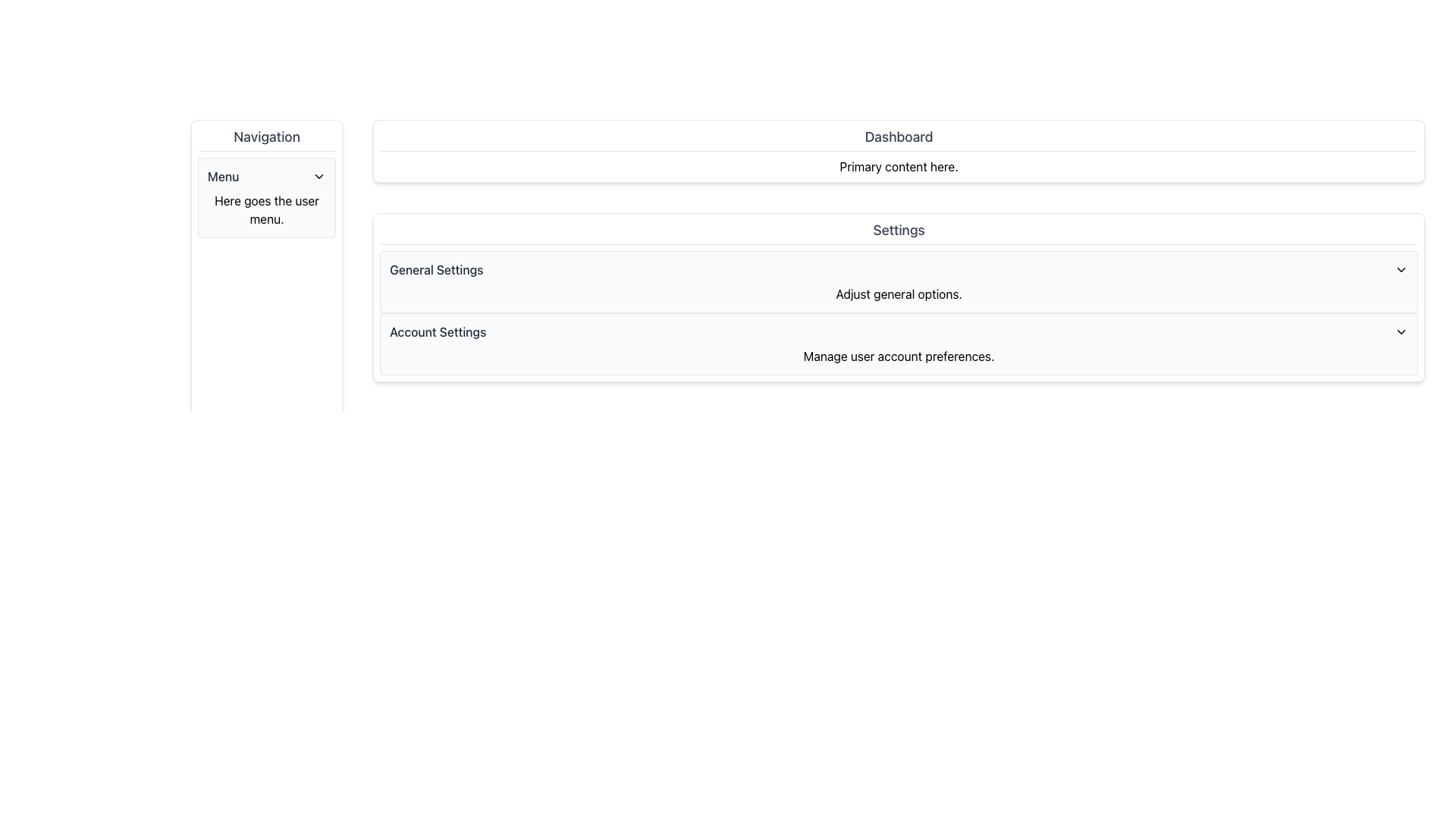  I want to click on the informational Text label located in the left-side panel, underneath the 'Menu' header, as it is the second item in the navigation group, so click(267, 210).